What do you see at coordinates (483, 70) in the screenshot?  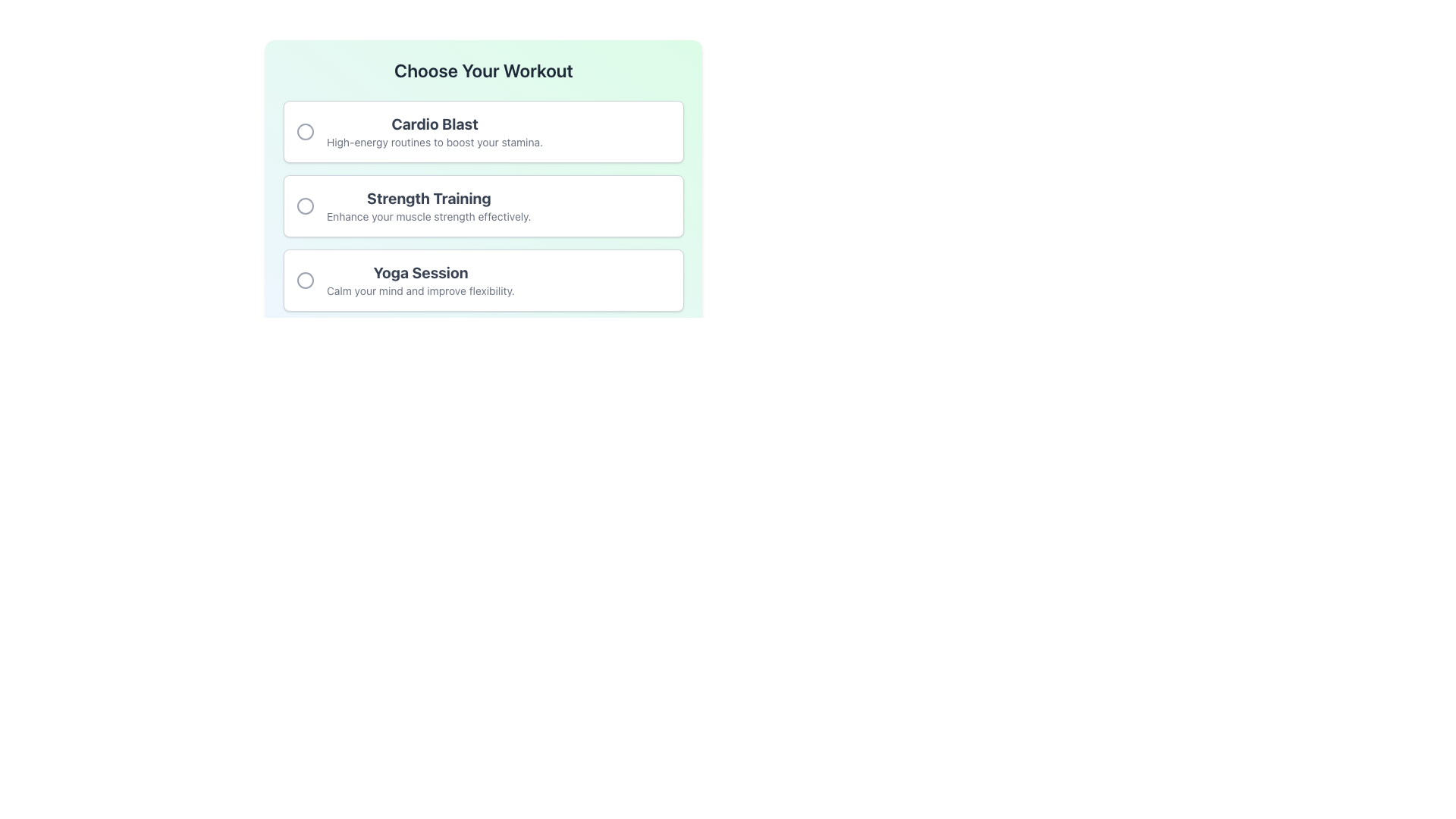 I see `header text 'Choose Your Workout' which is styled in bold, large font and located at the top-center of a light green rounded rectangular panel` at bounding box center [483, 70].